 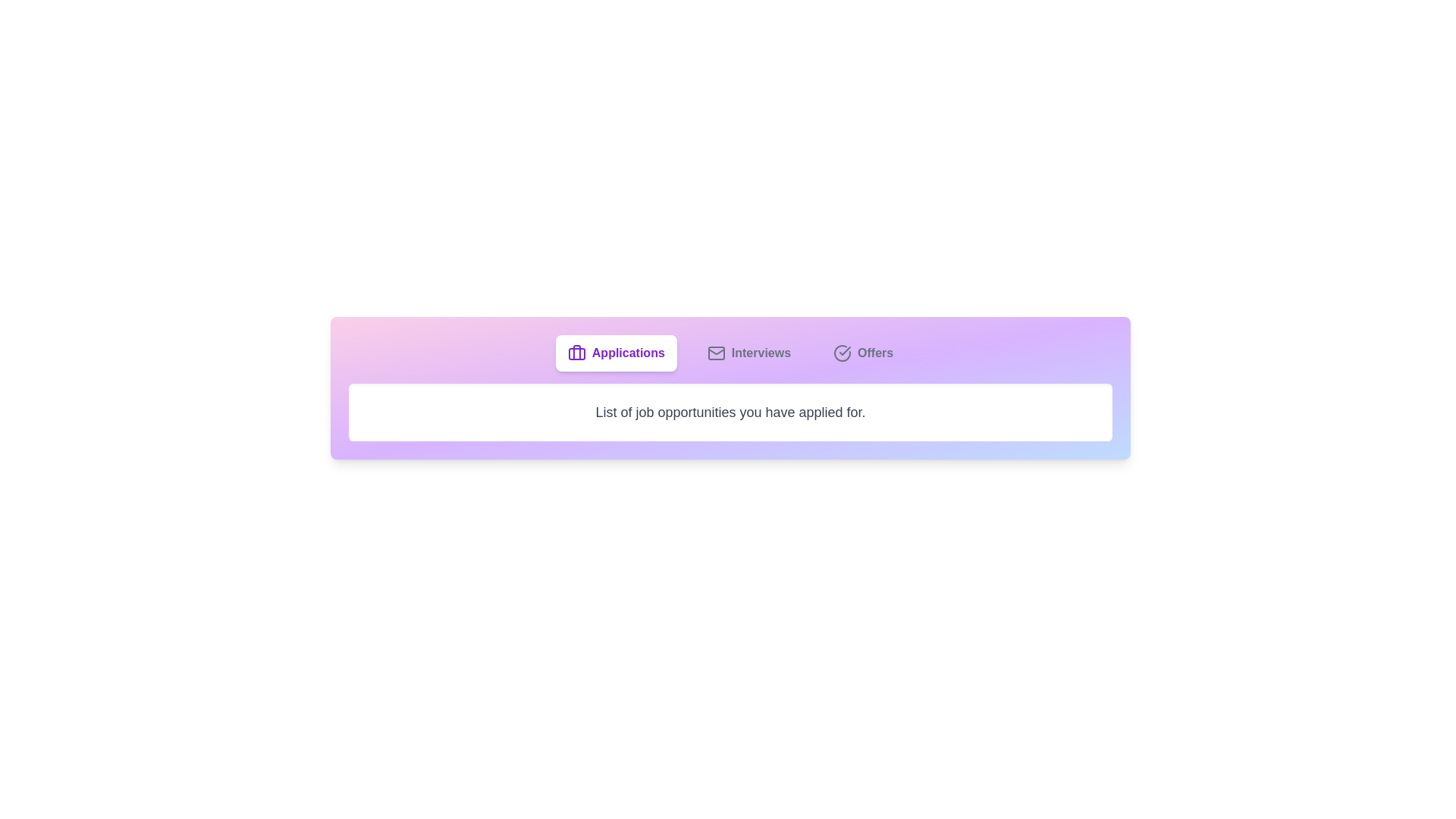 I want to click on the 'Interviews' tab to view its content, so click(x=749, y=353).